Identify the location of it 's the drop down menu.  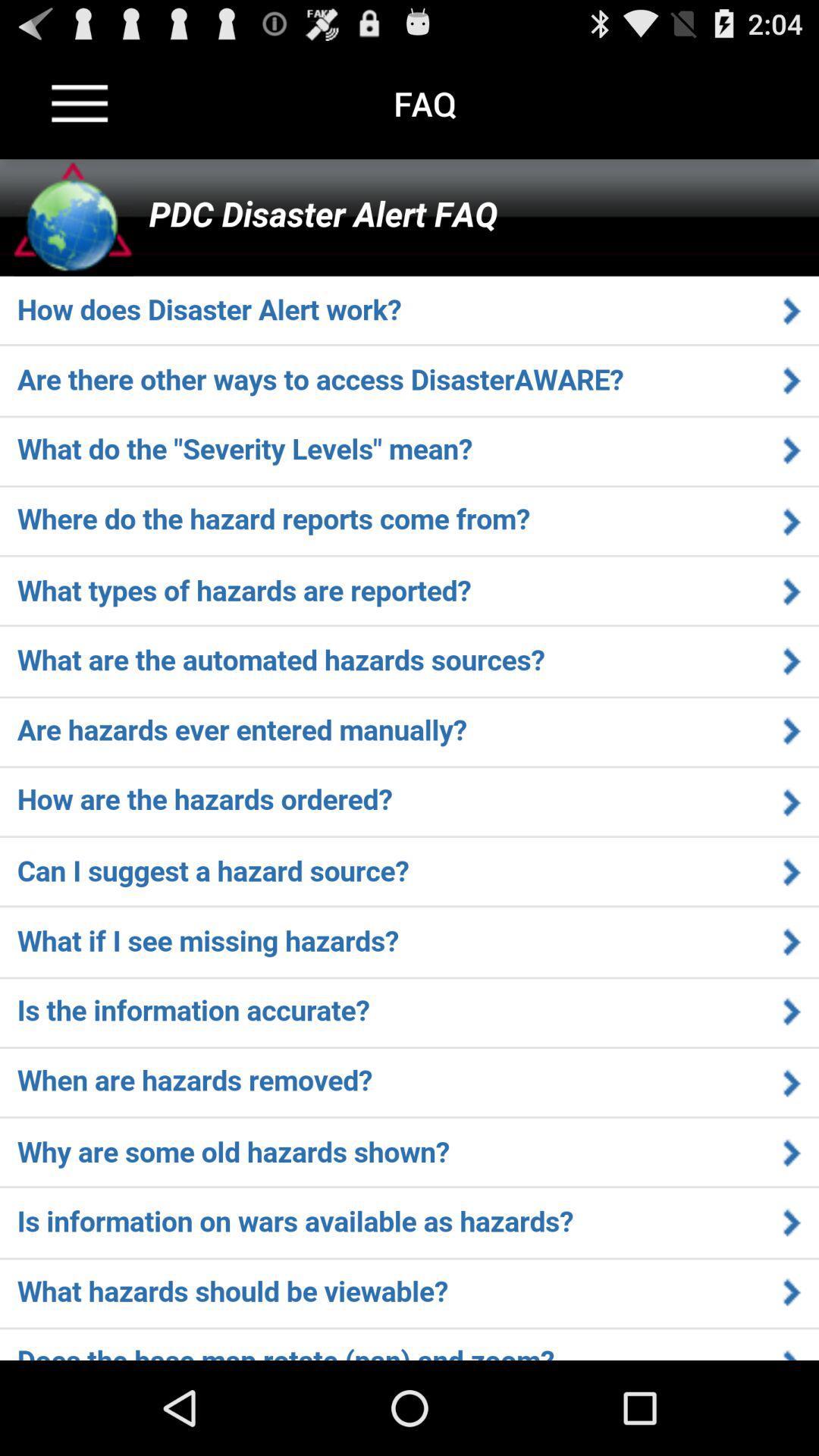
(80, 102).